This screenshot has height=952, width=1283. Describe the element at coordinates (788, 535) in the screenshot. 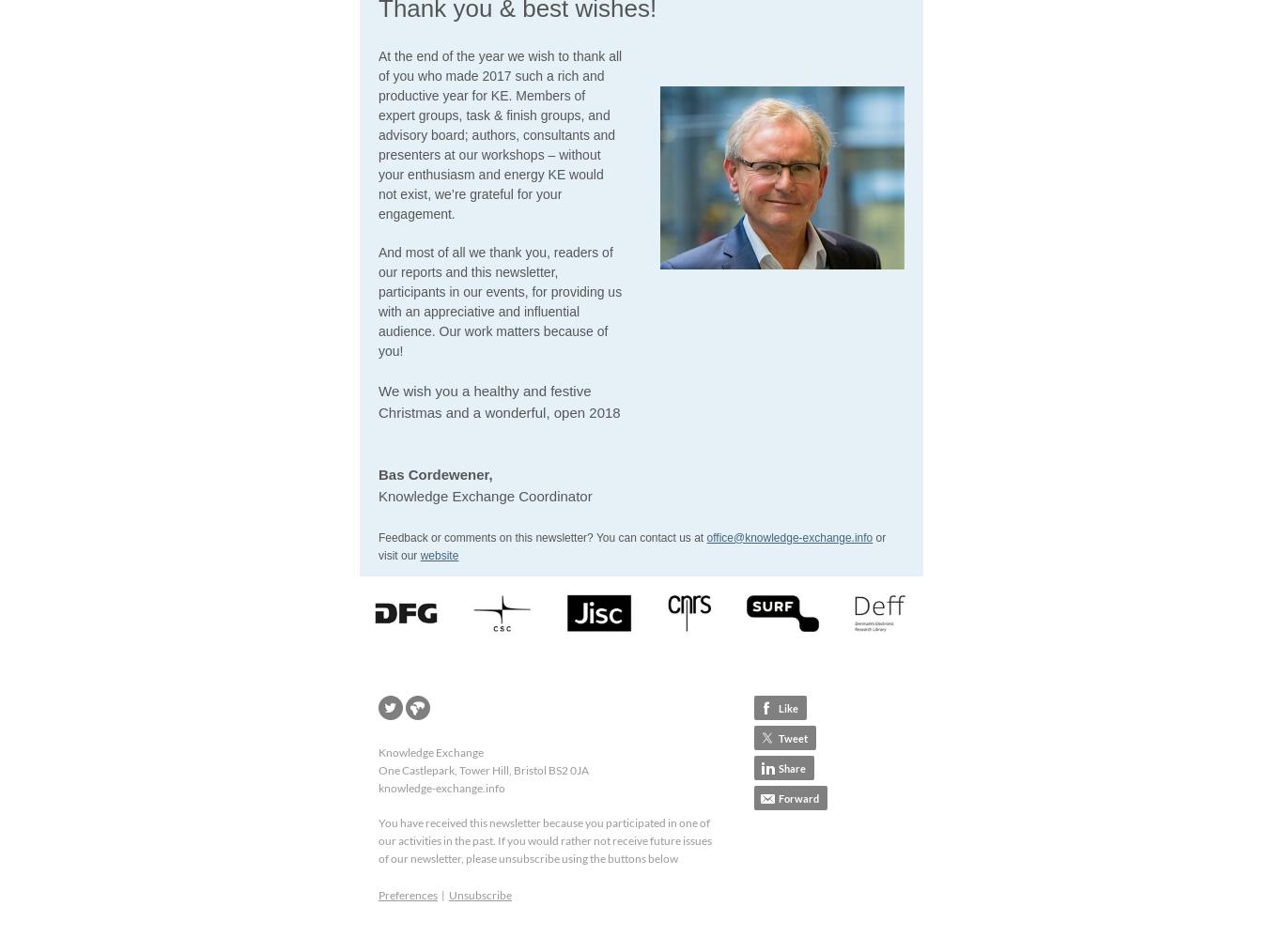

I see `'office@knowledge-exchange.info'` at that location.